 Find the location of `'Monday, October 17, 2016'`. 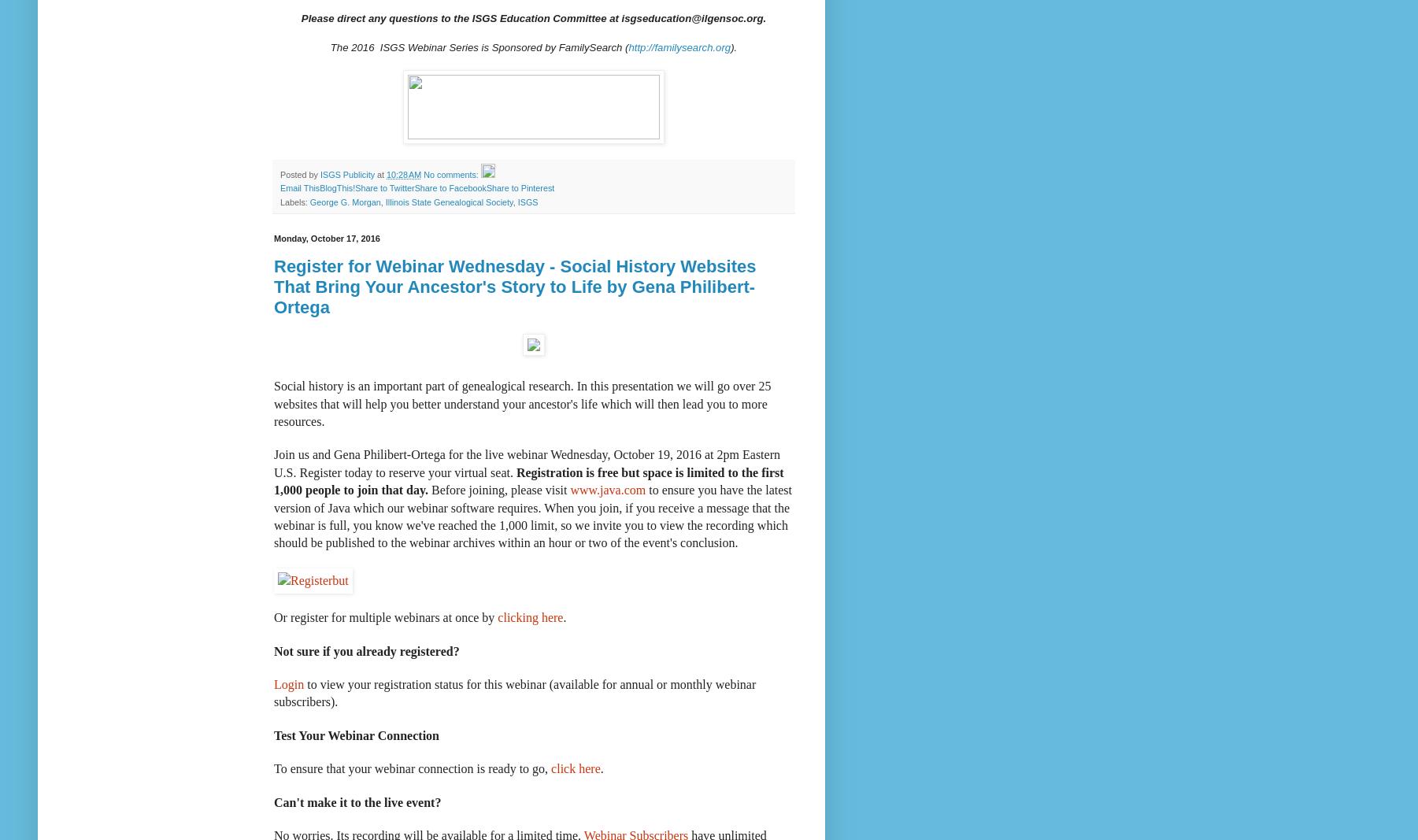

'Monday, October 17, 2016' is located at coordinates (325, 239).